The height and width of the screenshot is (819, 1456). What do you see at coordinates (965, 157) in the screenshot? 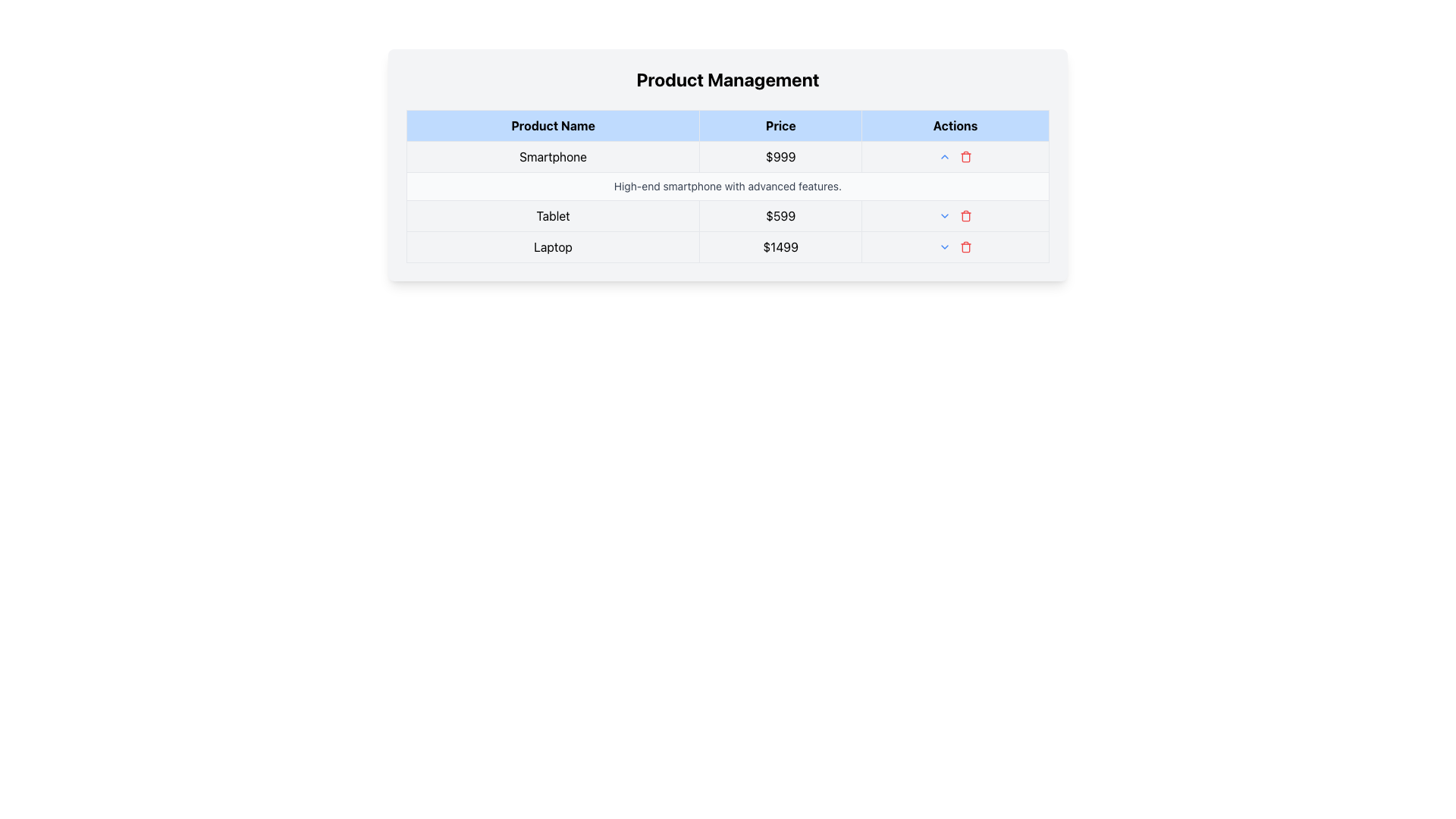
I see `the trash can icon button in the 'Actions' column, which is red in color and located in the first row aligned with the 'Smartphone' entry` at bounding box center [965, 157].